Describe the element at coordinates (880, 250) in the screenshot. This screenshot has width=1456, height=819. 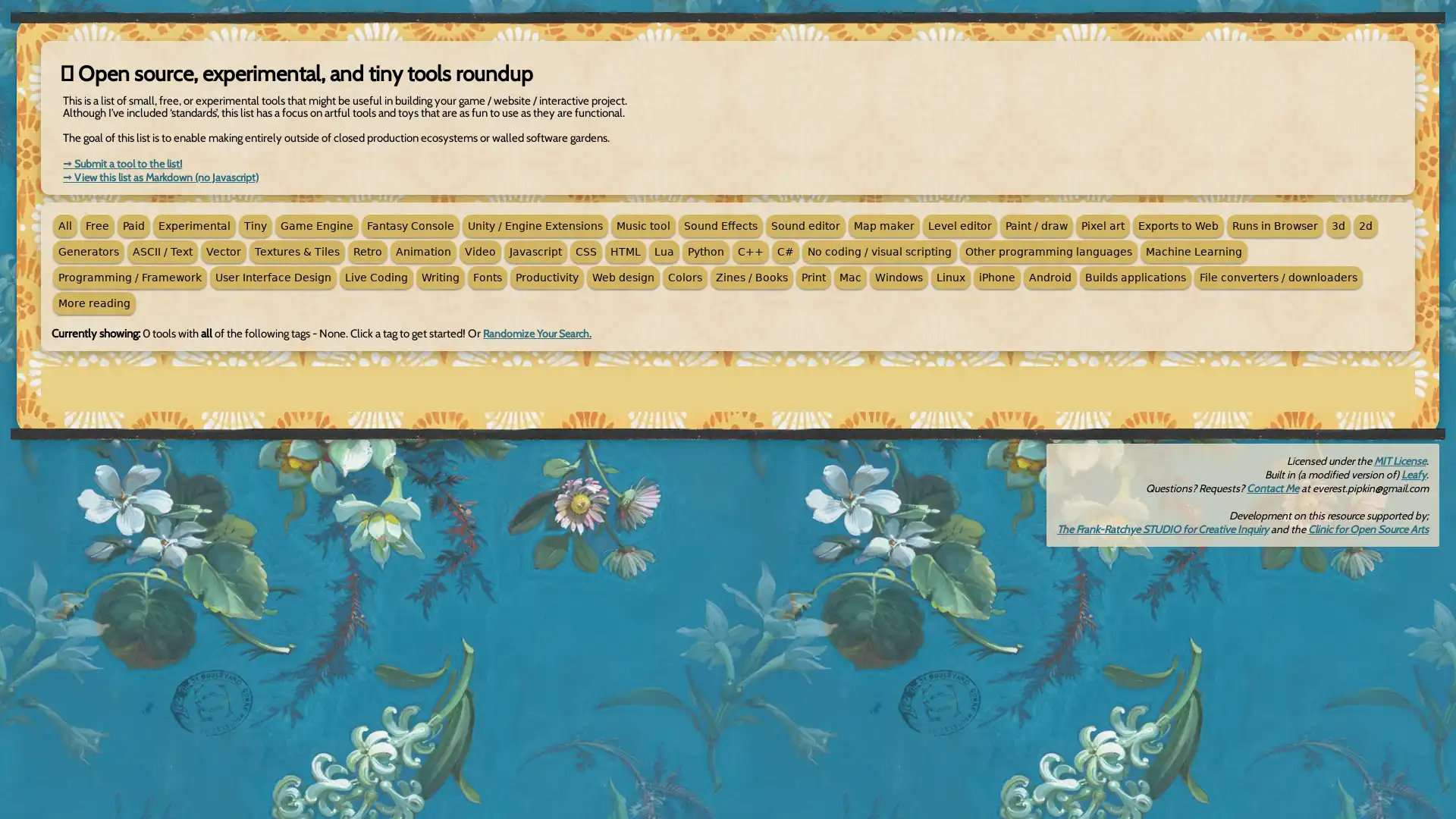
I see `No coding / visual scripting` at that location.